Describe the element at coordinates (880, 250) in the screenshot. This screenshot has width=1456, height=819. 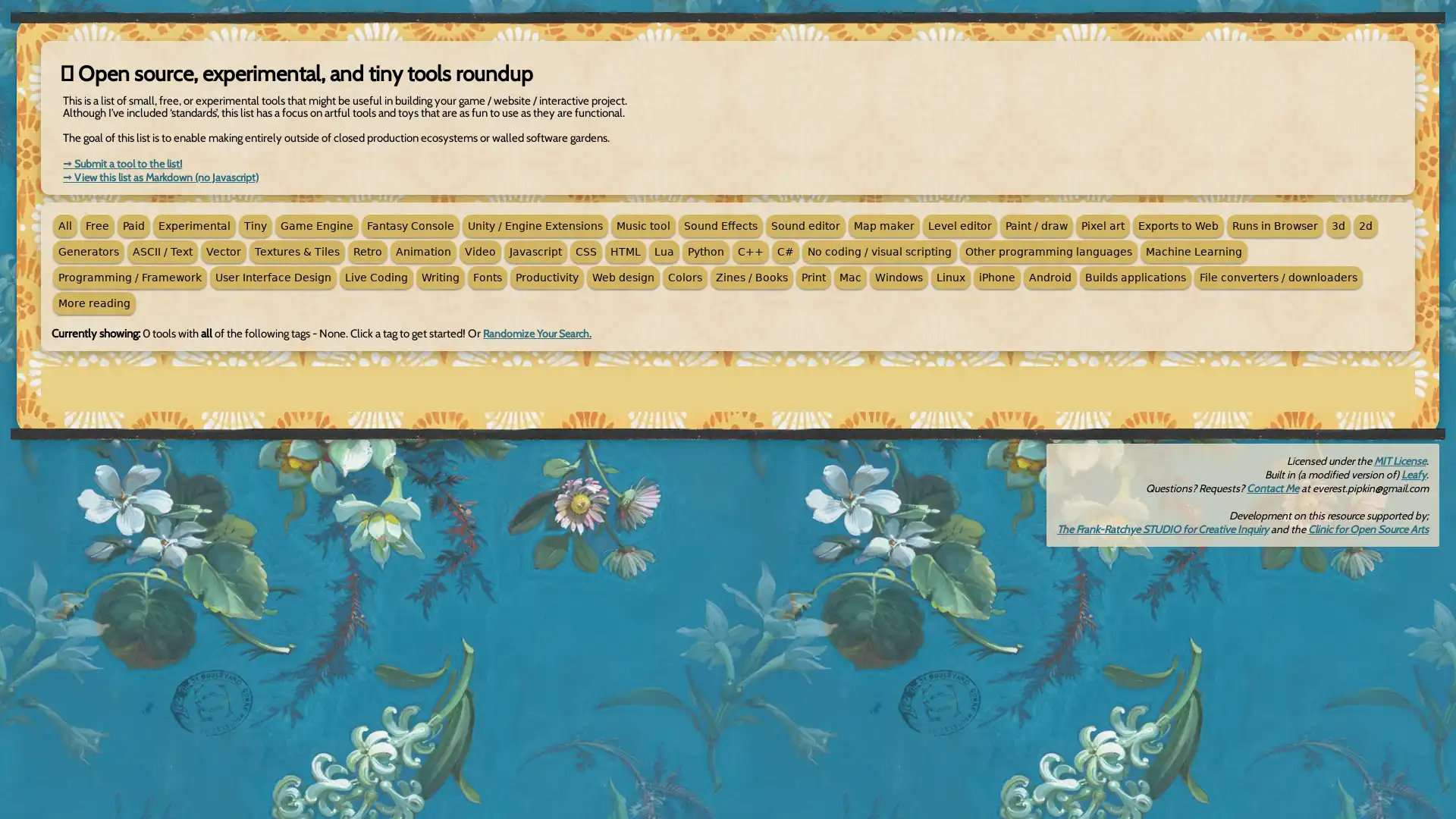
I see `No coding / visual scripting` at that location.